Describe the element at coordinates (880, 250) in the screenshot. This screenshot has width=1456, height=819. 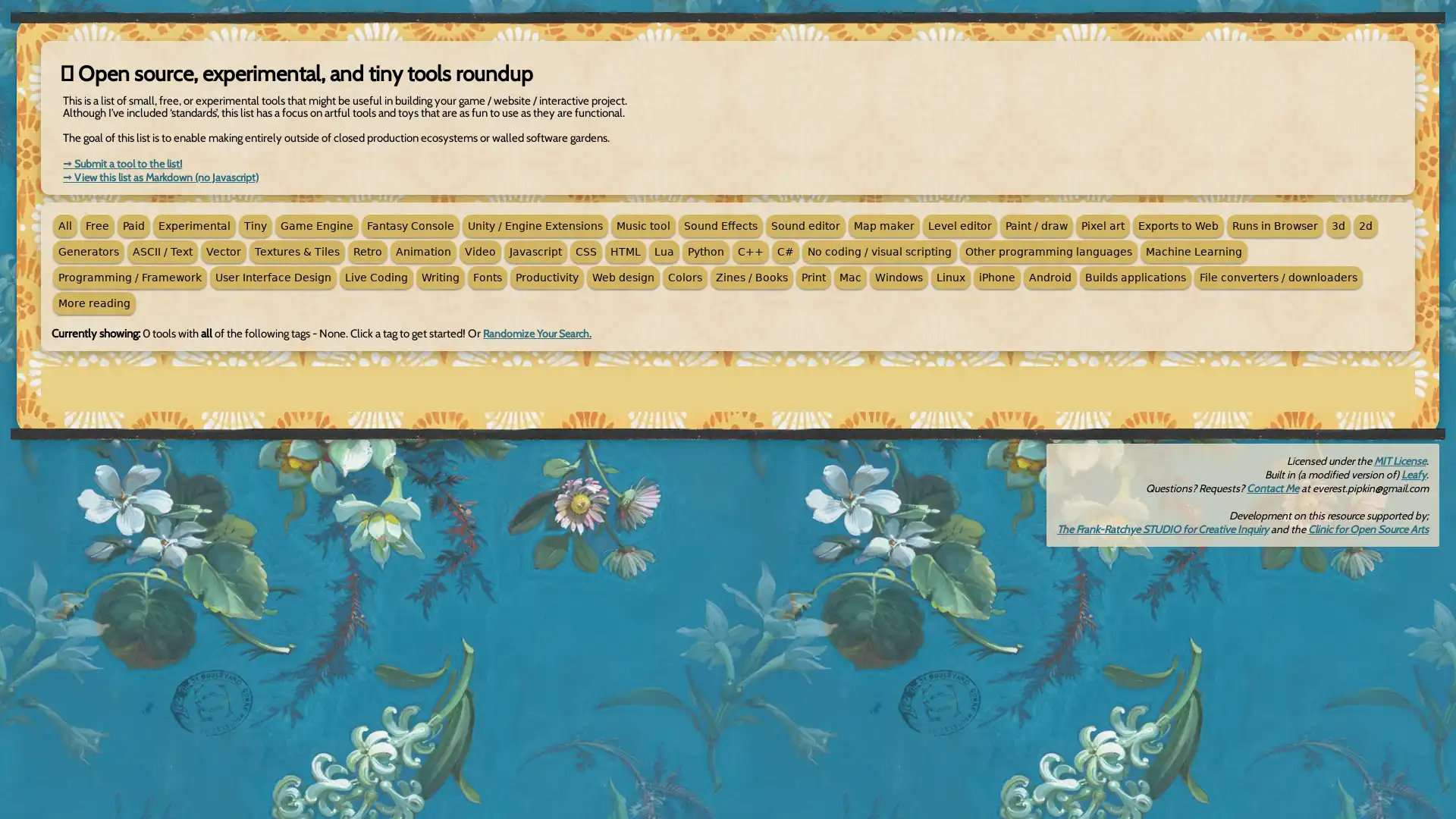
I see `No coding / visual scripting` at that location.